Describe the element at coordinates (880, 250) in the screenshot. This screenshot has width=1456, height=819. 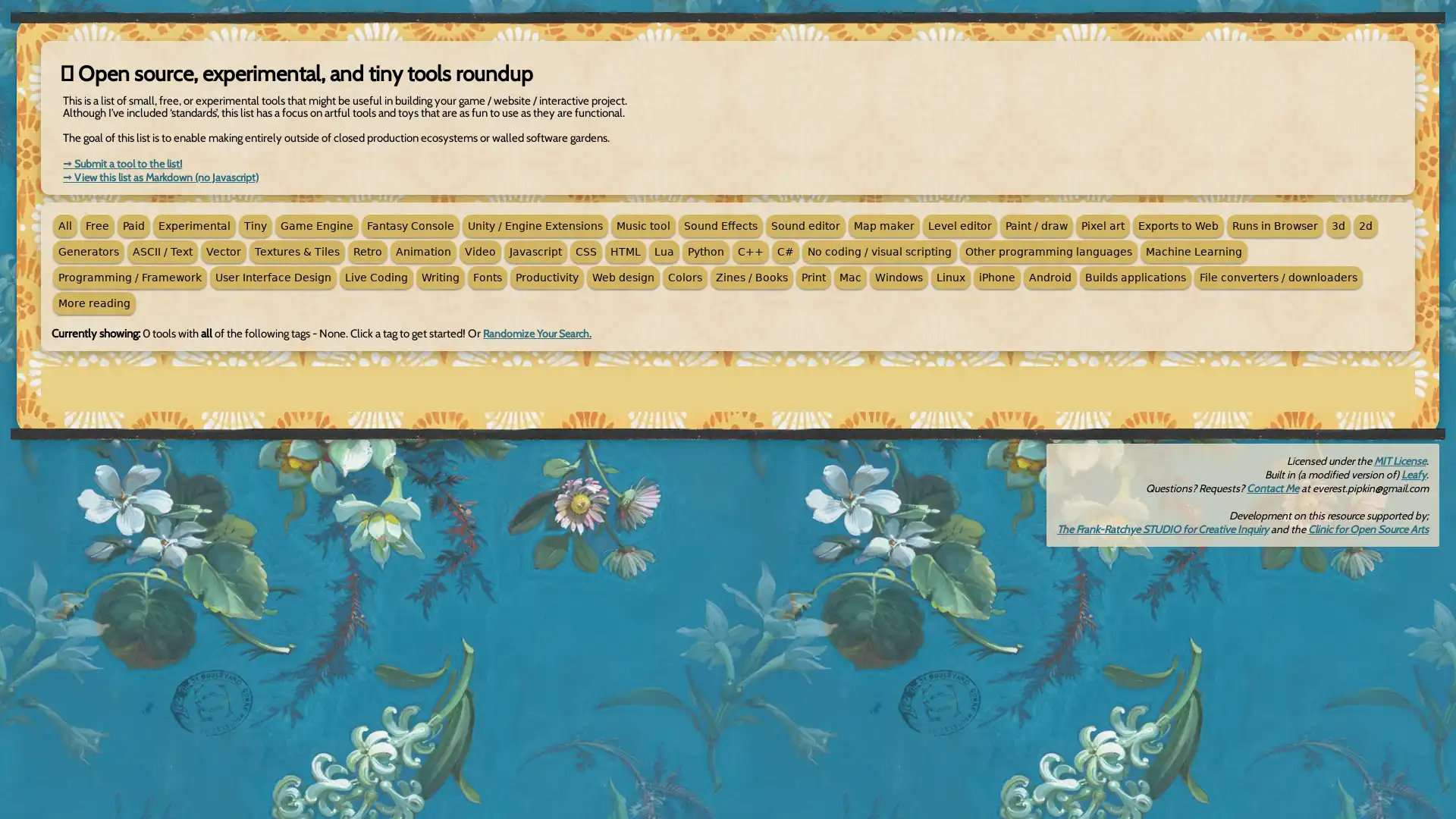
I see `No coding / visual scripting` at that location.